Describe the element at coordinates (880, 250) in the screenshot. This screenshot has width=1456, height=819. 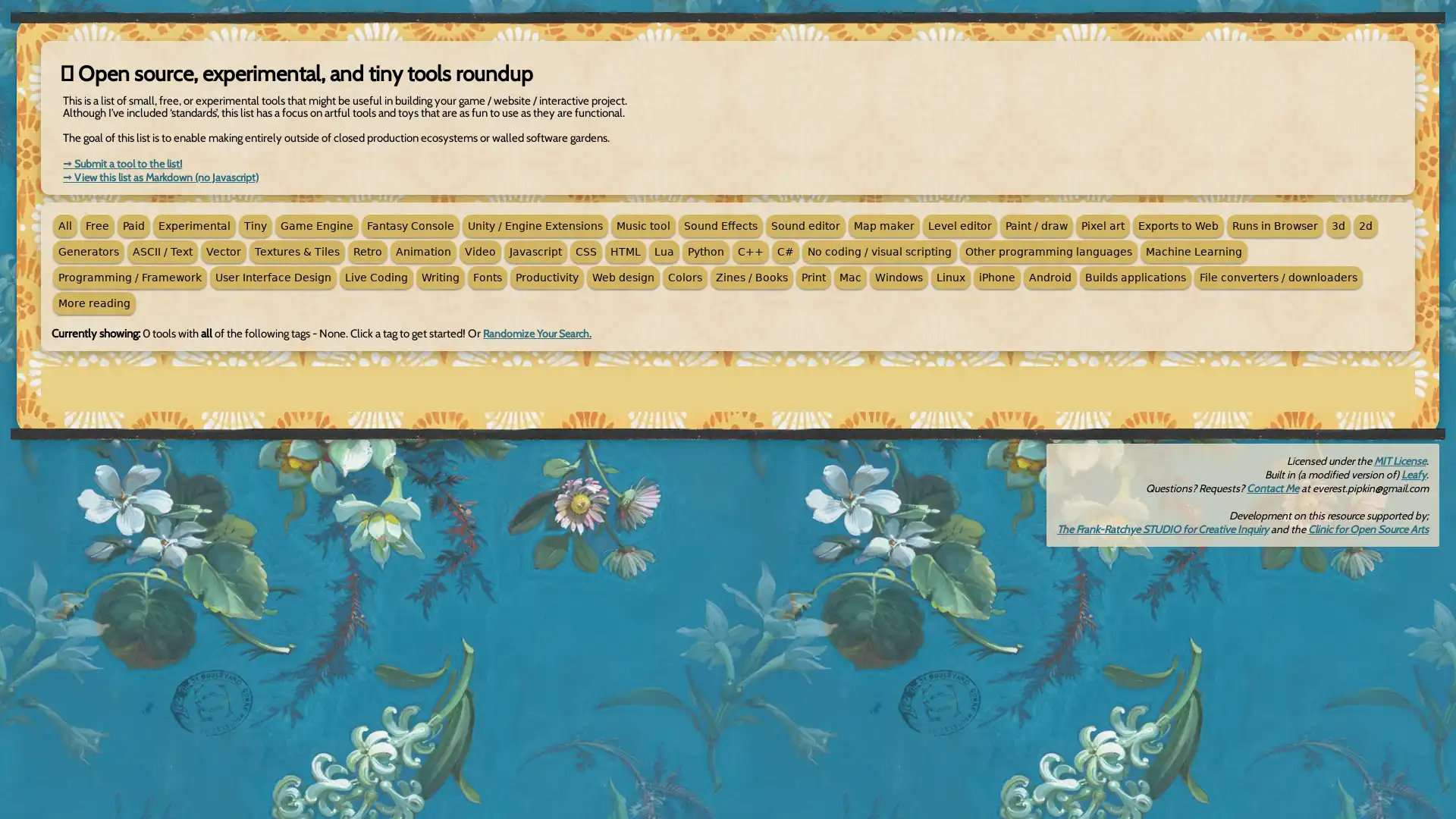
I see `No coding / visual scripting` at that location.